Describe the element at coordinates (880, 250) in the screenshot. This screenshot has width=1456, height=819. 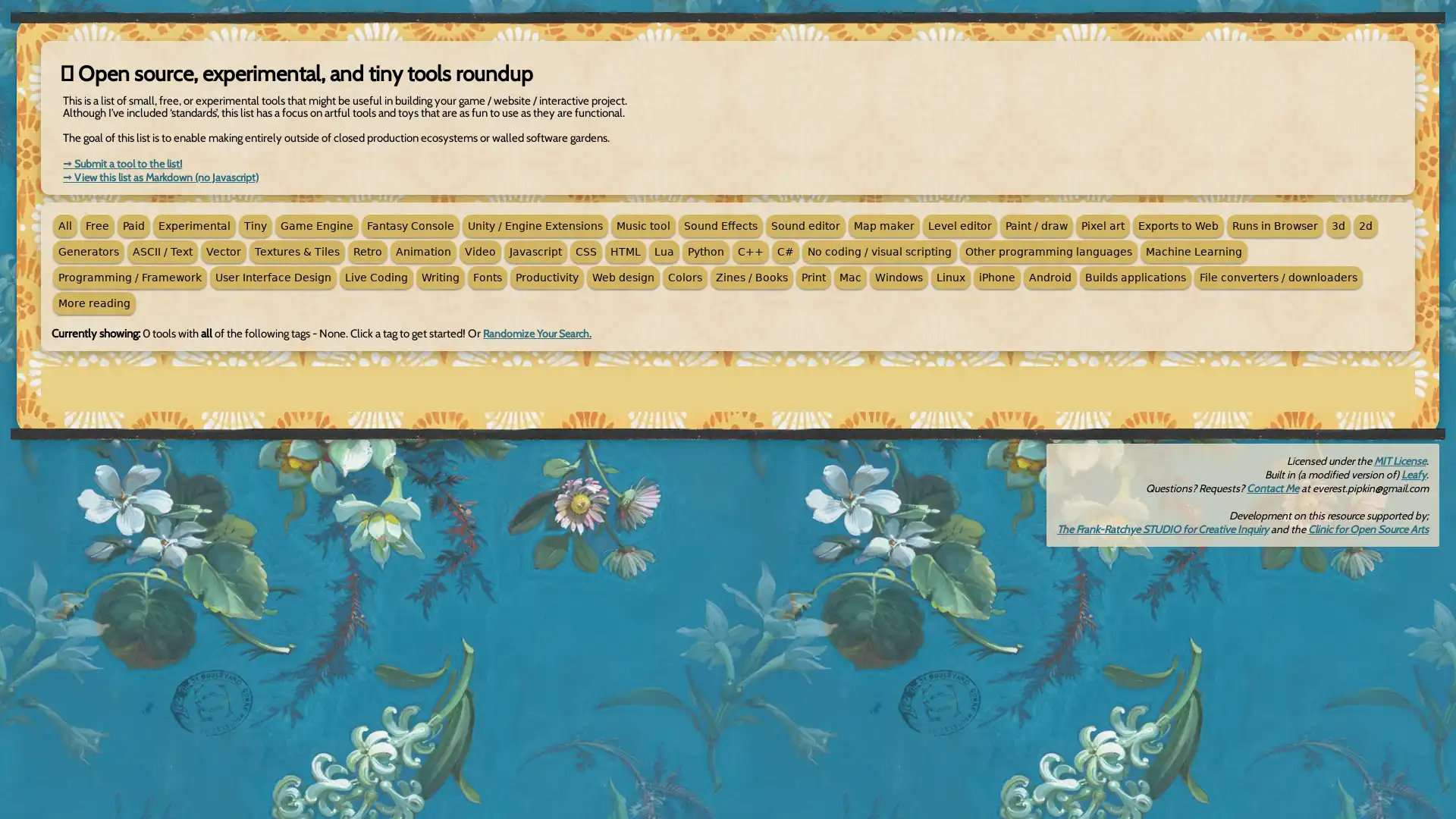
I see `No coding / visual scripting` at that location.